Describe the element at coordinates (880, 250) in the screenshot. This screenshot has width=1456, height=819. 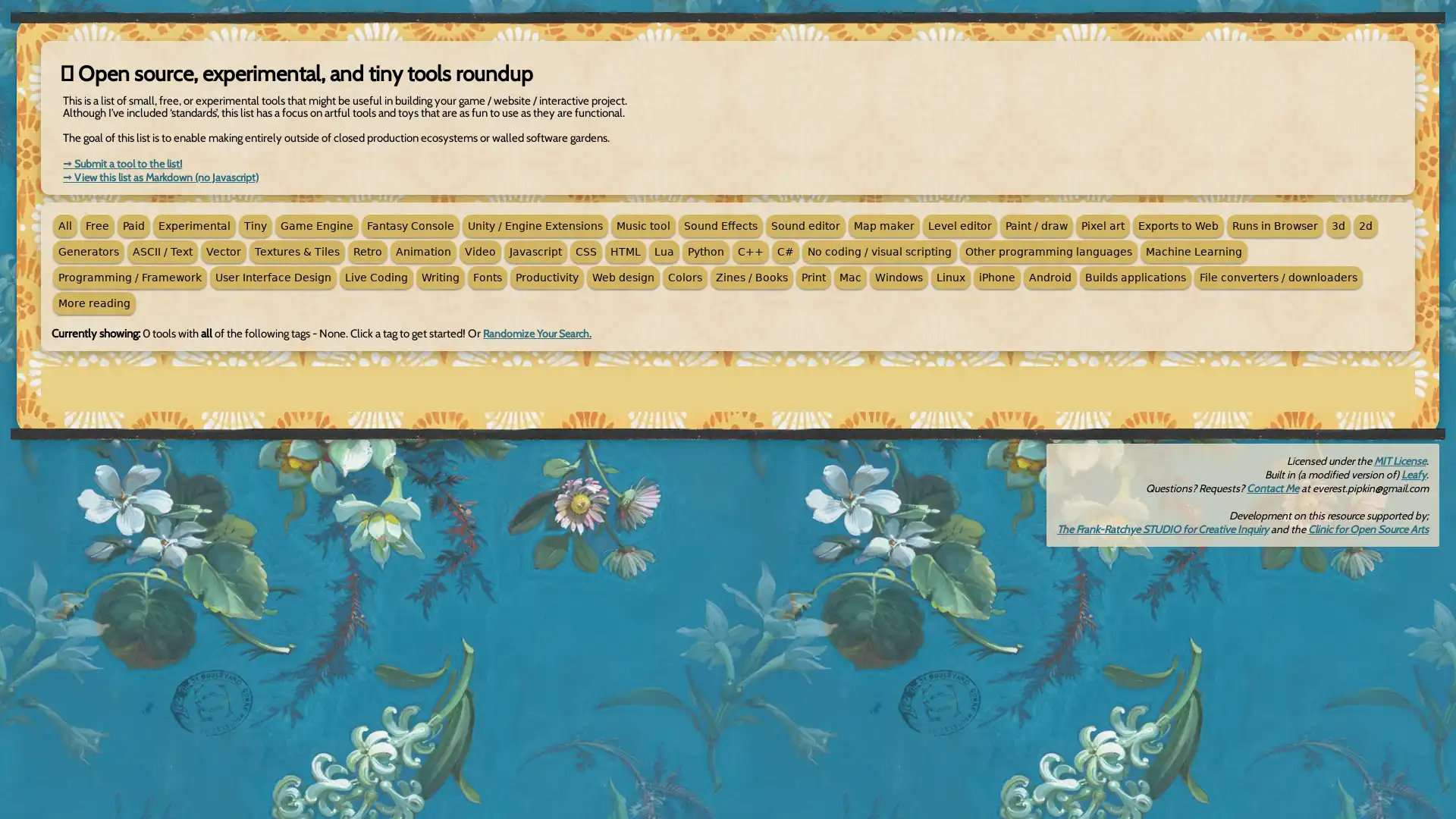
I see `No coding / visual scripting` at that location.